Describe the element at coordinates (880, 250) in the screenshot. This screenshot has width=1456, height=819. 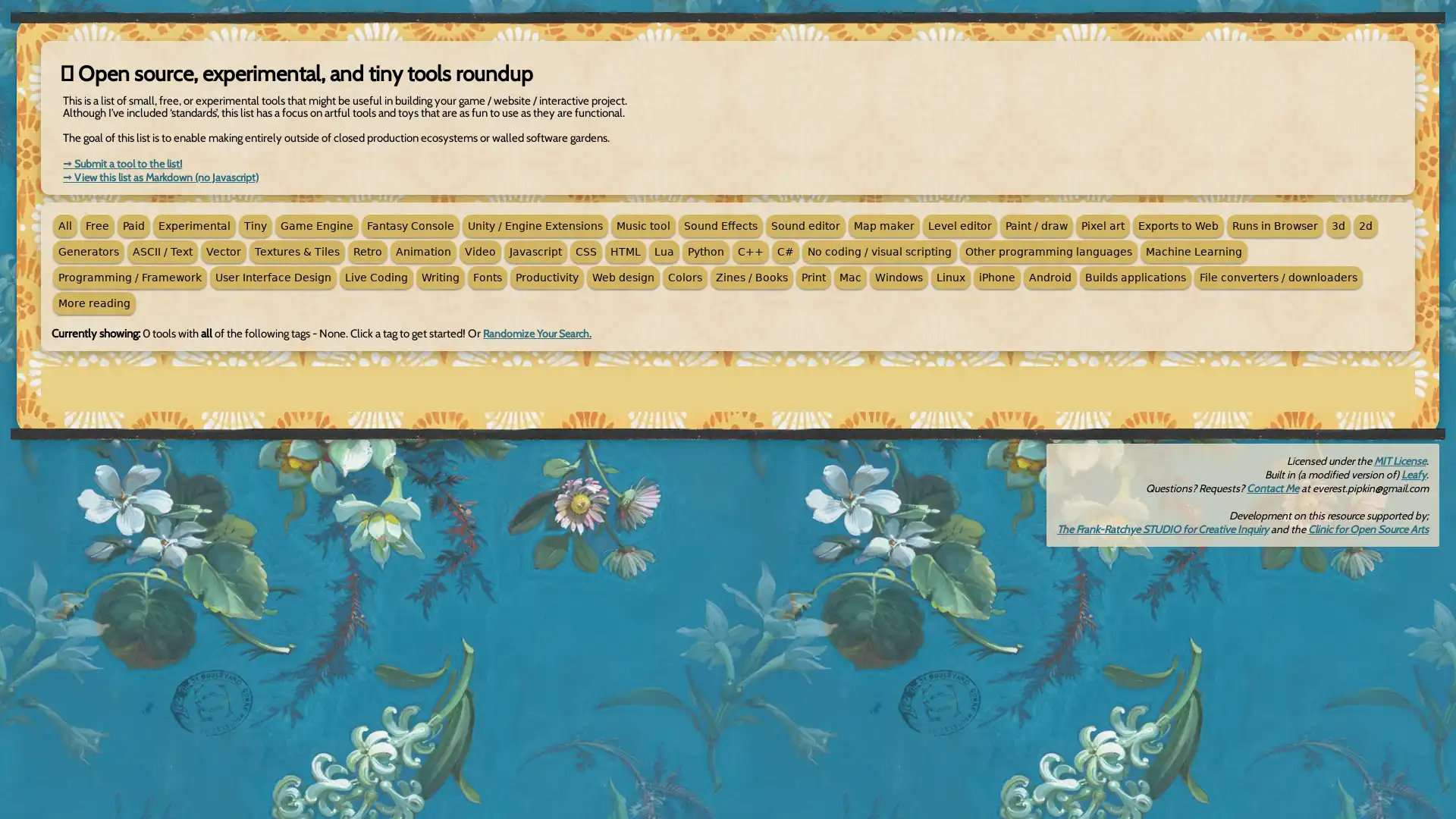
I see `No coding / visual scripting` at that location.